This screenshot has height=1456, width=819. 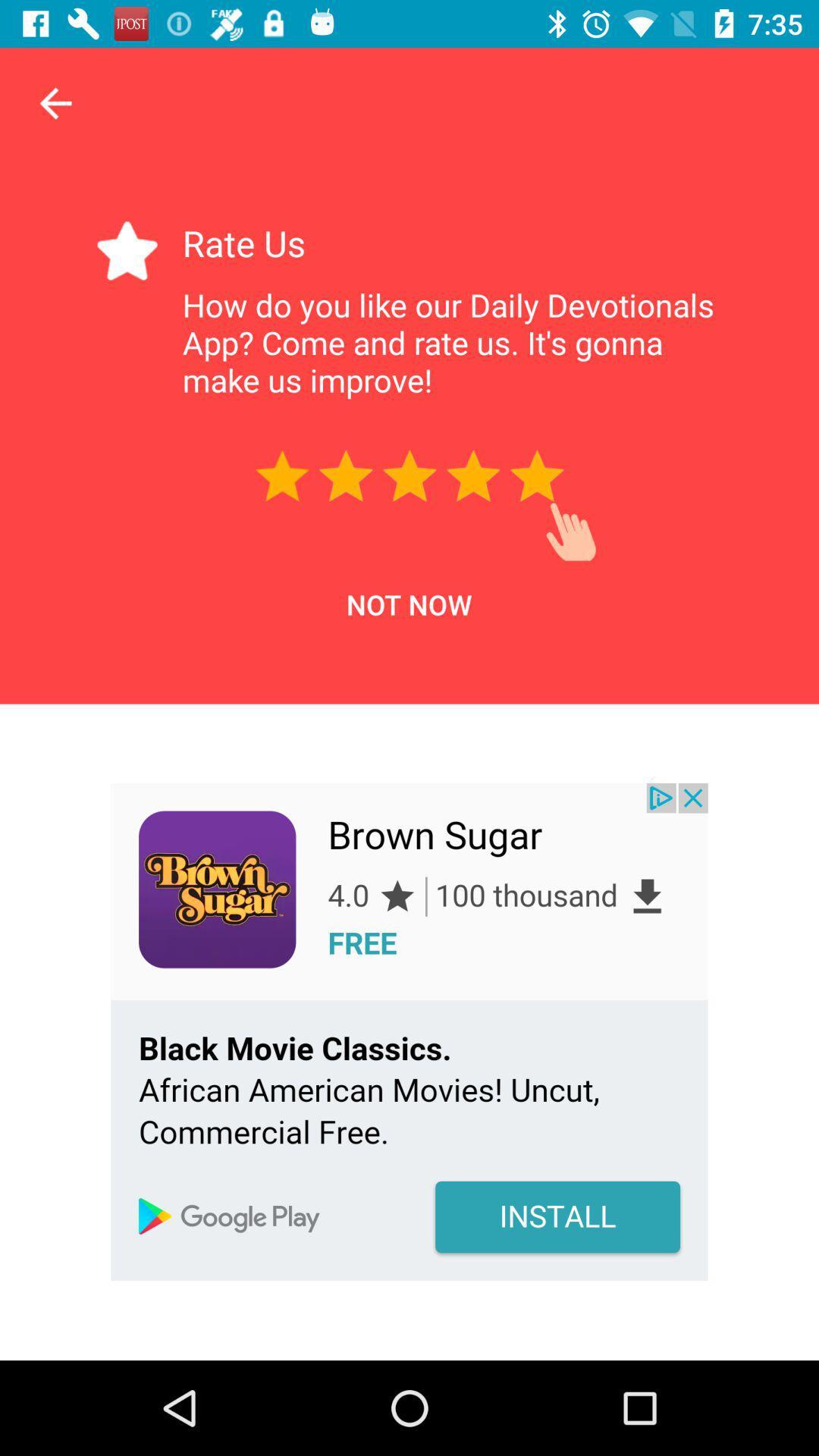 I want to click on the arrow_backward icon, so click(x=55, y=102).